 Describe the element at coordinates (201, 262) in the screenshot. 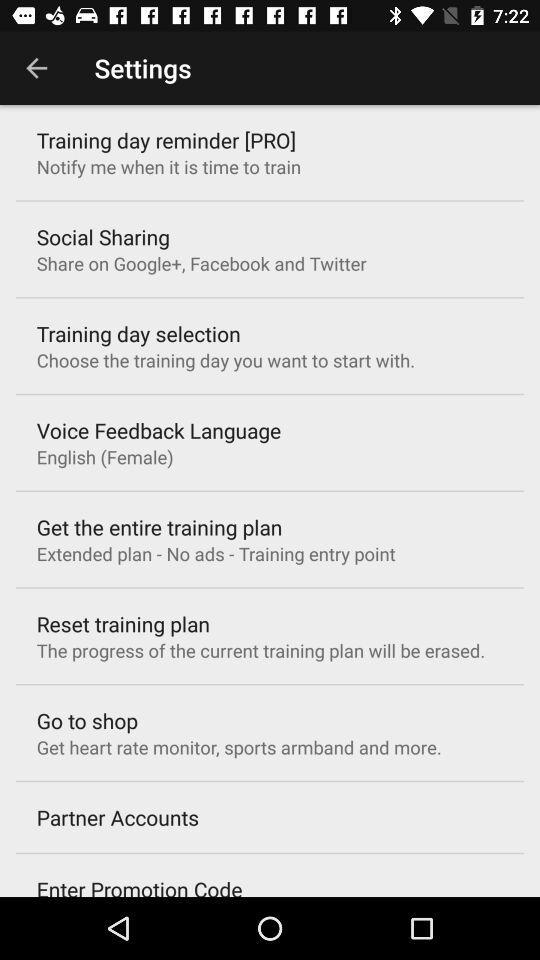

I see `icon above training day selection icon` at that location.